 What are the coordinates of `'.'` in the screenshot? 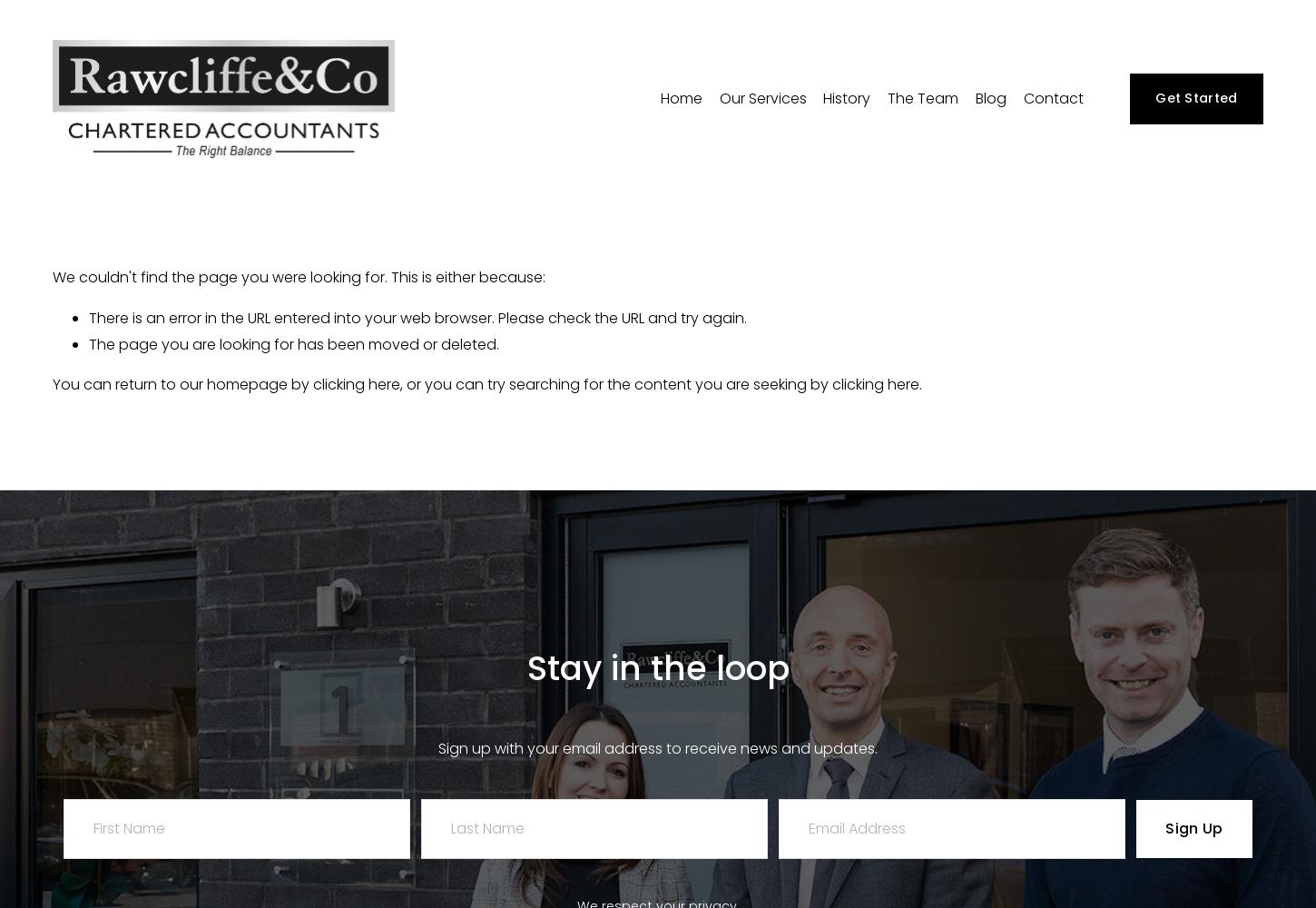 It's located at (918, 384).